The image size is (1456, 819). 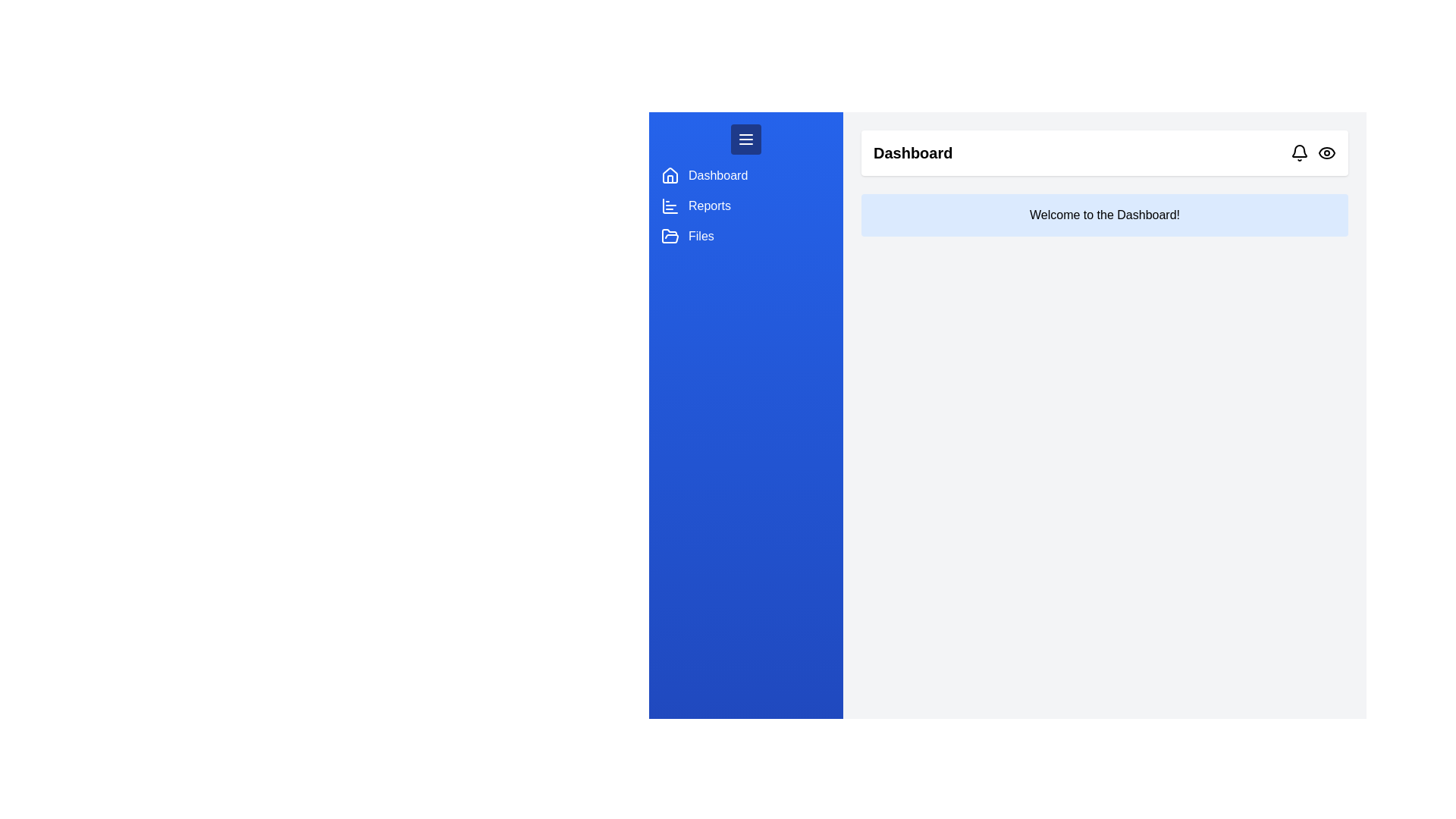 What do you see at coordinates (1105, 152) in the screenshot?
I see `the context of the header that contains the title and action icons, positioned above the 'Welcome to the Dashboard!' message` at bounding box center [1105, 152].